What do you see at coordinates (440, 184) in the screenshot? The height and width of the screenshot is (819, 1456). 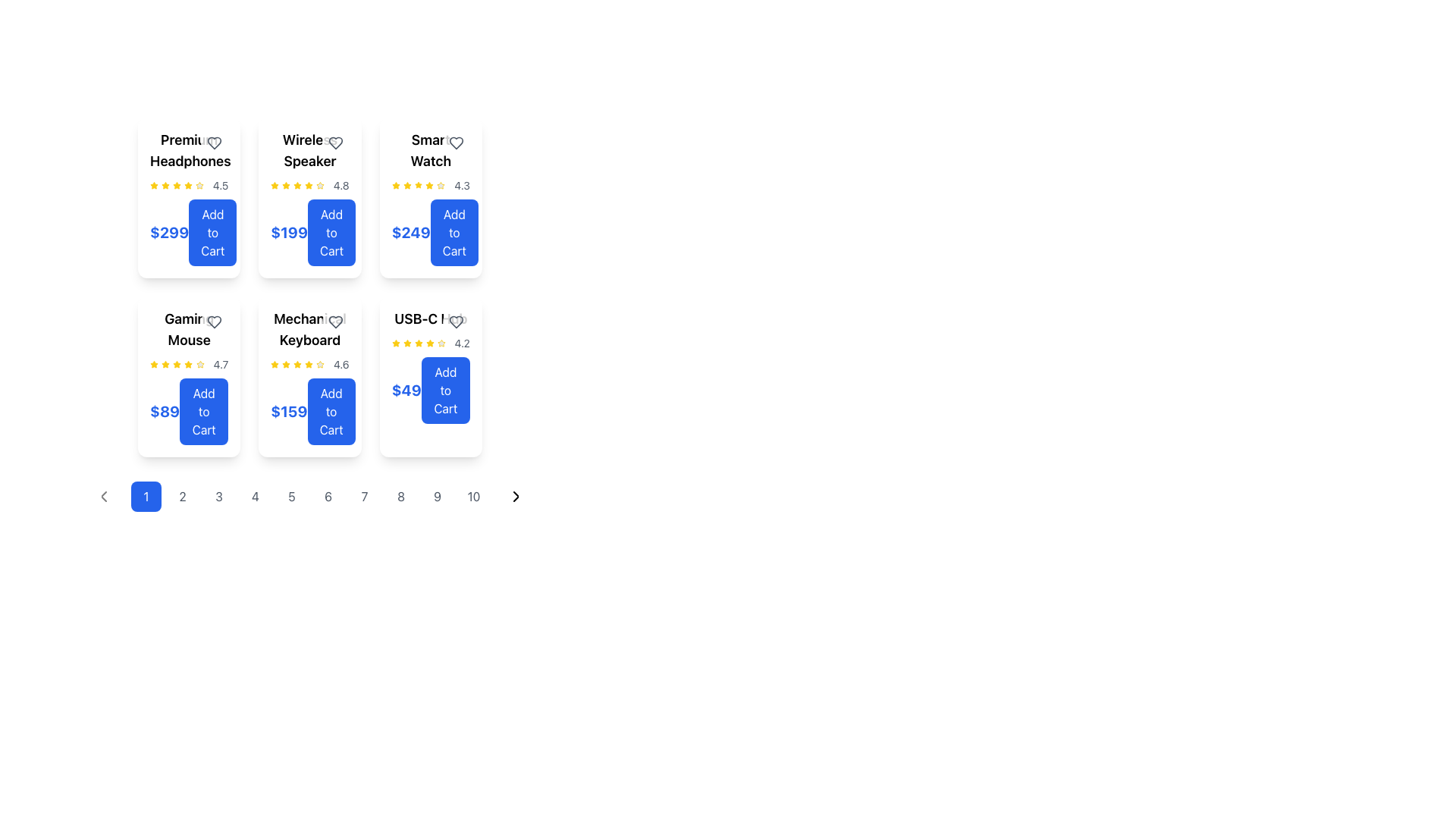 I see `the rating star icon representing the product 'Smart Watch', which is located to the right of the average rating value (4.3) in the top section of the card` at bounding box center [440, 184].